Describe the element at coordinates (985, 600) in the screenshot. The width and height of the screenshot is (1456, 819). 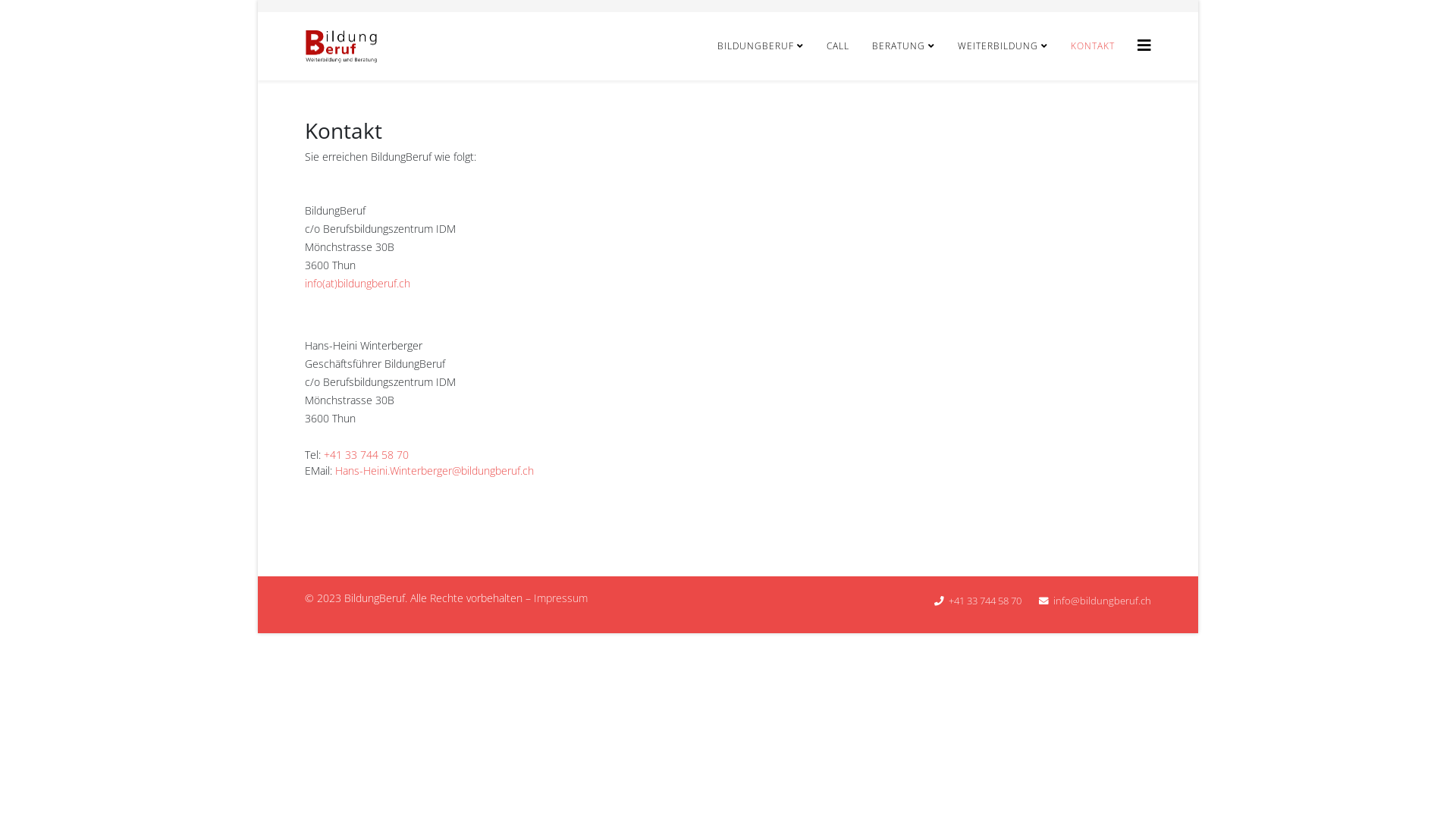
I see `'+41 33 744 58 70'` at that location.